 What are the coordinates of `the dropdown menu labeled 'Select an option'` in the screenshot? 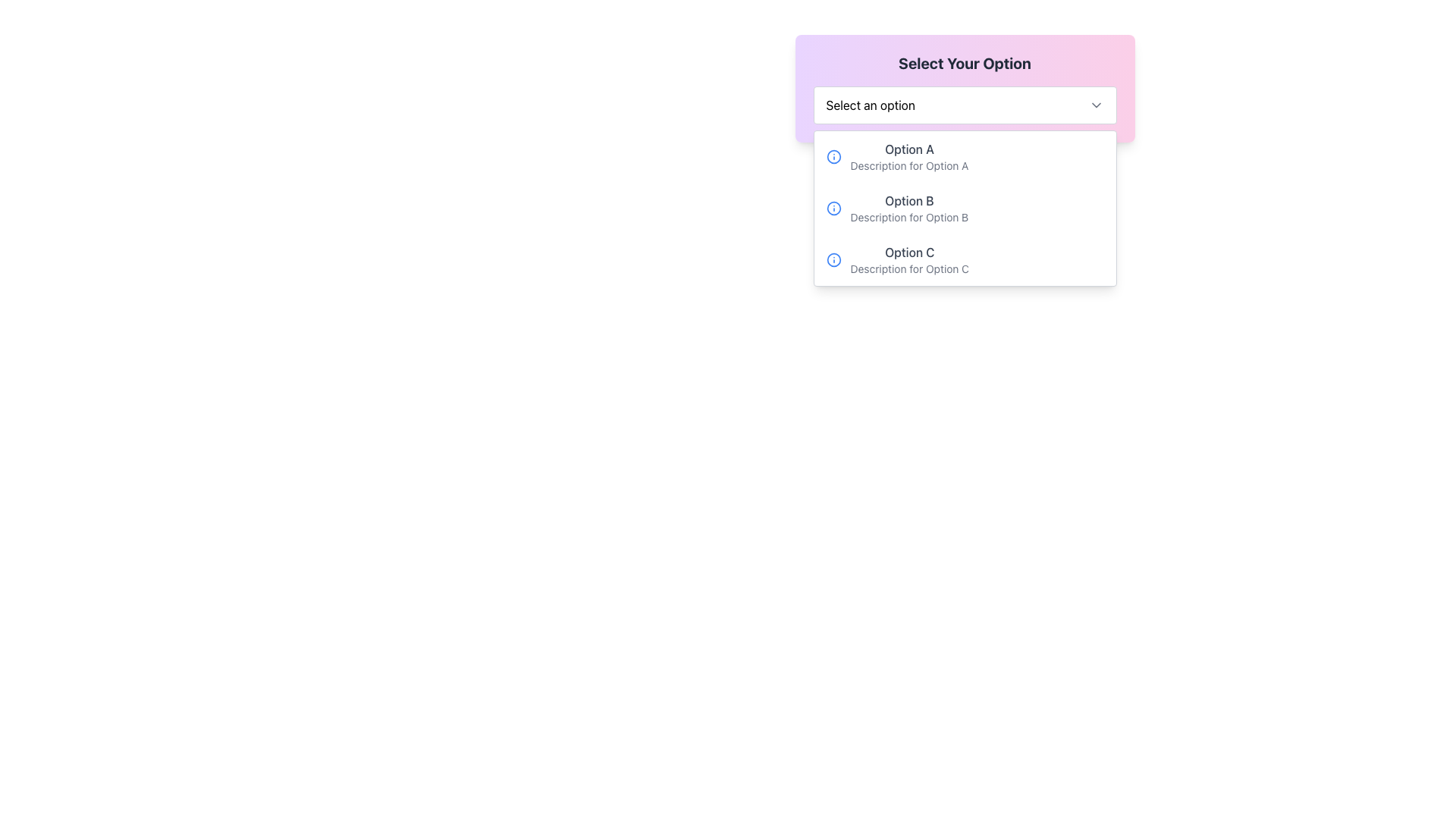 It's located at (964, 104).